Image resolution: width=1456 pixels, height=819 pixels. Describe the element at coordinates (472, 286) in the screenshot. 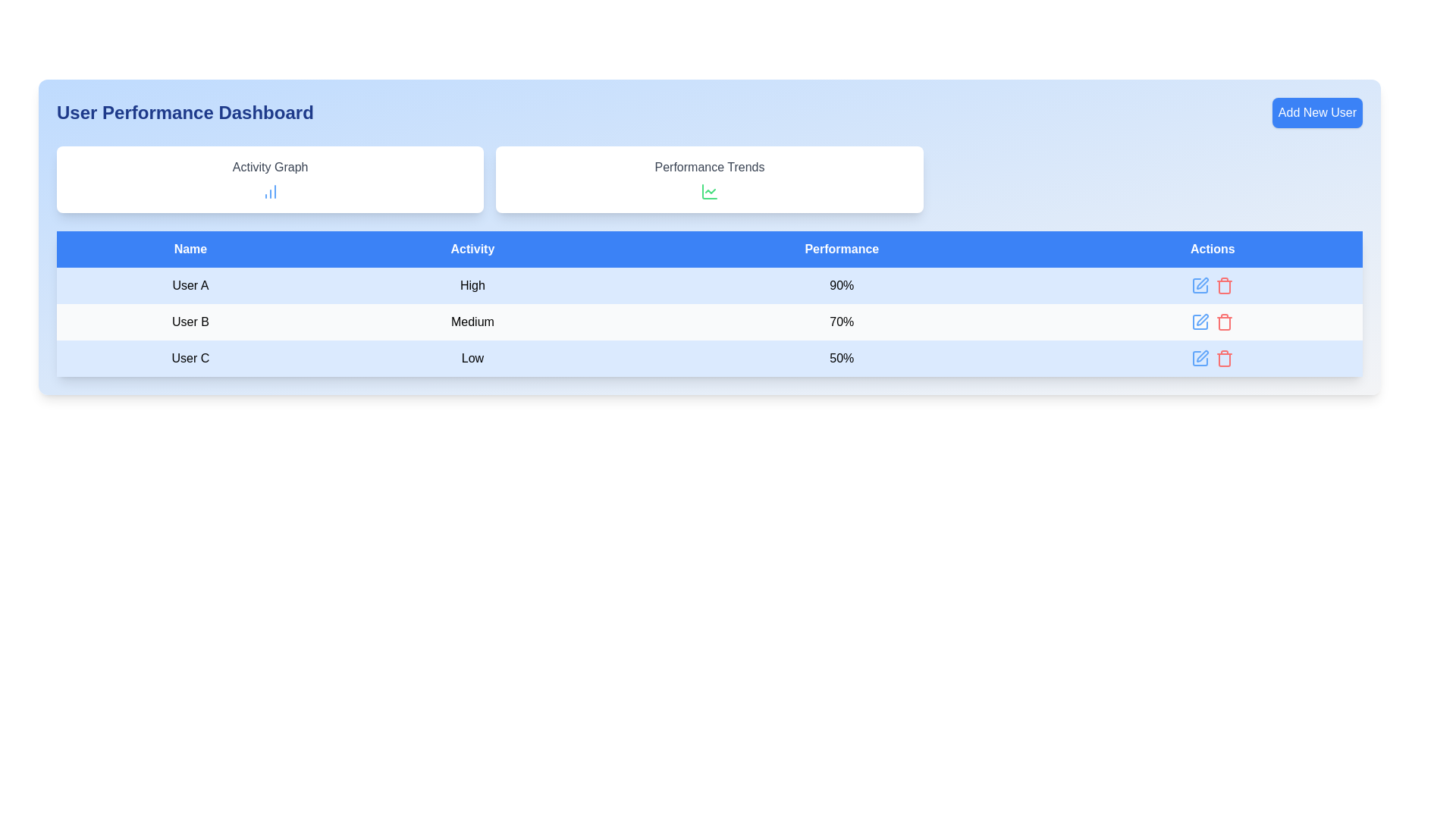

I see `the text label displaying 'High' activity level for 'User A' in the performance dashboard table` at that location.